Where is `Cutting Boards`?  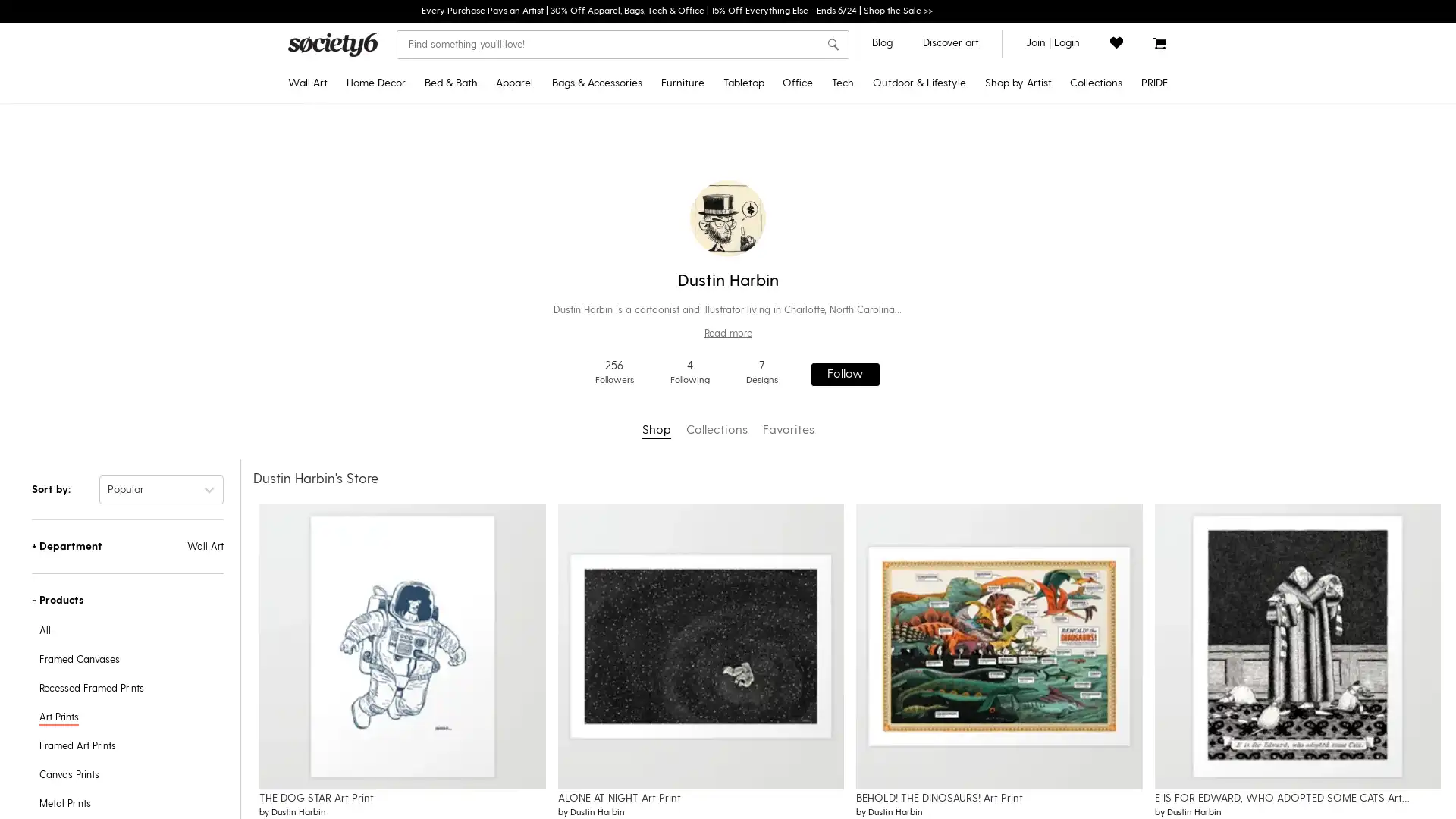
Cutting Boards is located at coordinates (771, 315).